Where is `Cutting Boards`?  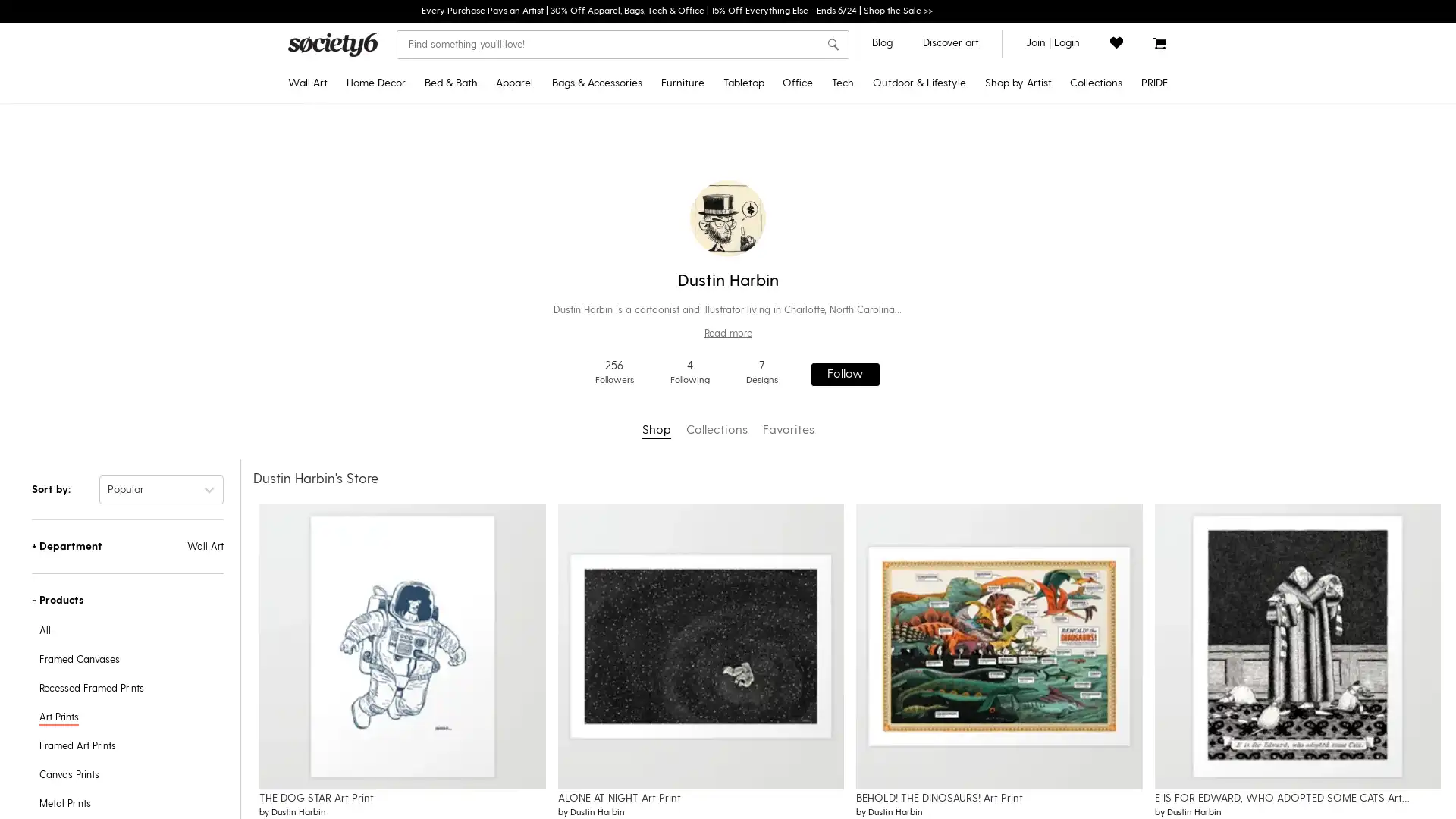
Cutting Boards is located at coordinates (771, 315).